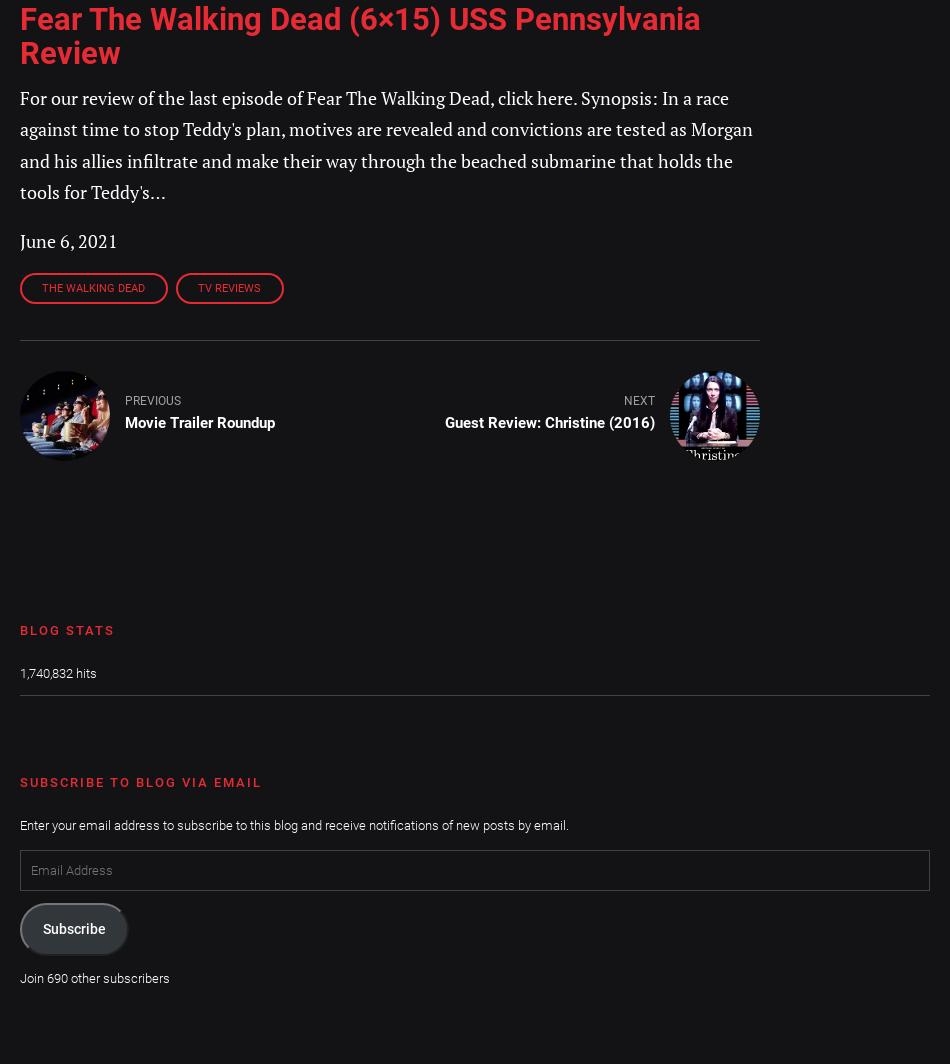  I want to click on 'tv reviews', so click(229, 288).